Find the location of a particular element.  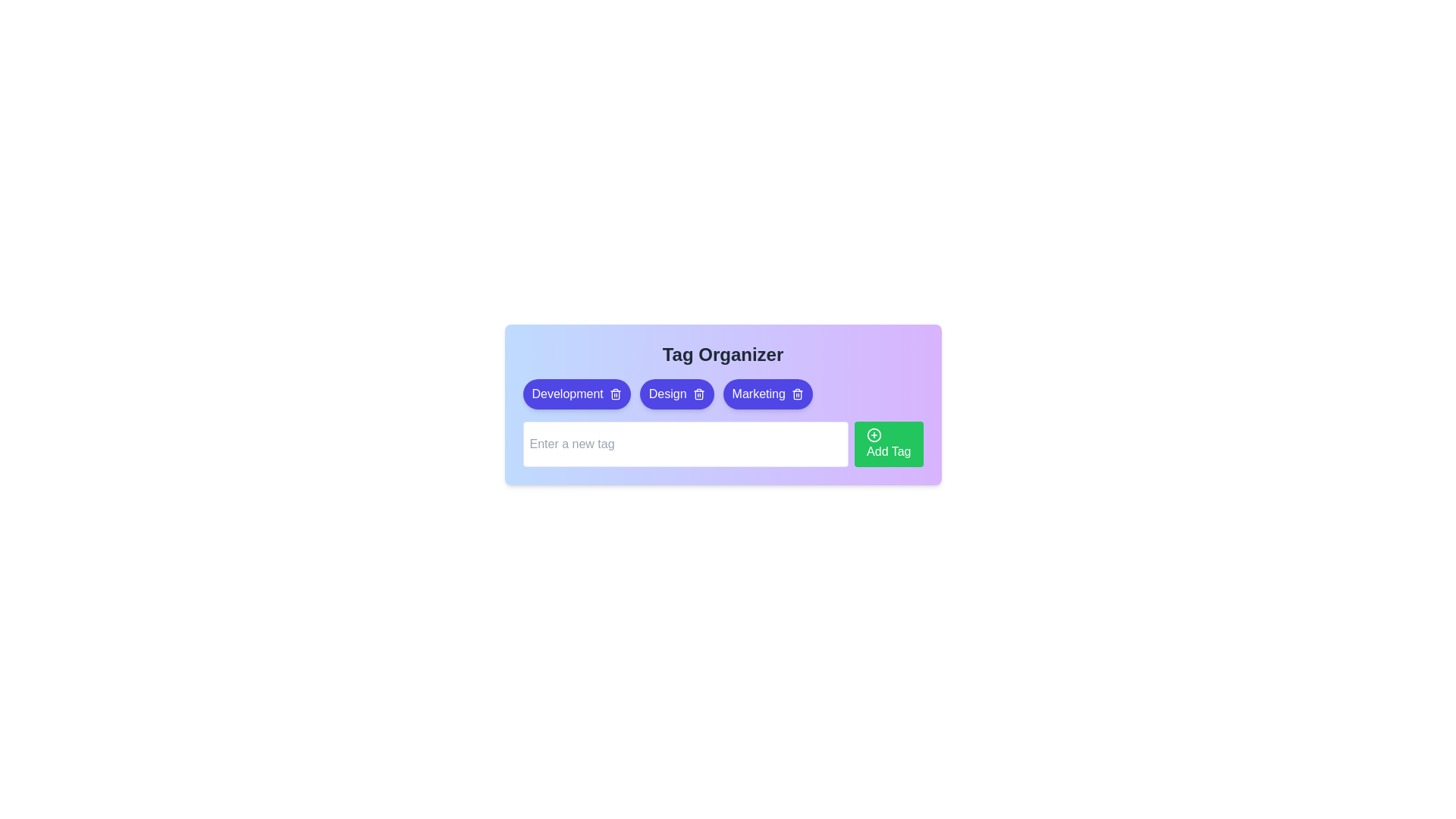

the 'Design' button located between the 'Development' and 'Marketing' buttons is located at coordinates (676, 394).